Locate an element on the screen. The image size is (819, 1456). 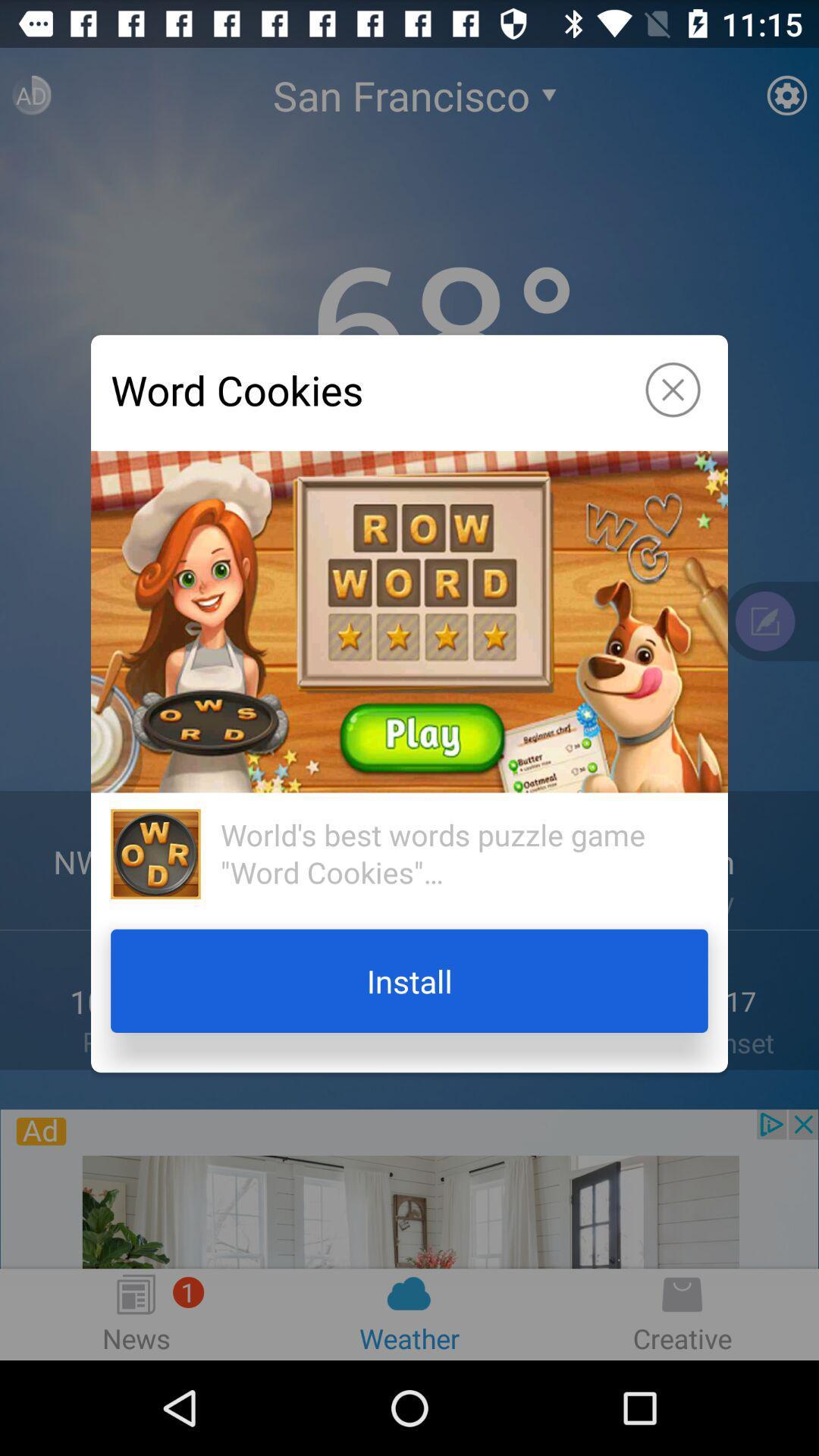
the icon at the top right corner is located at coordinates (672, 390).